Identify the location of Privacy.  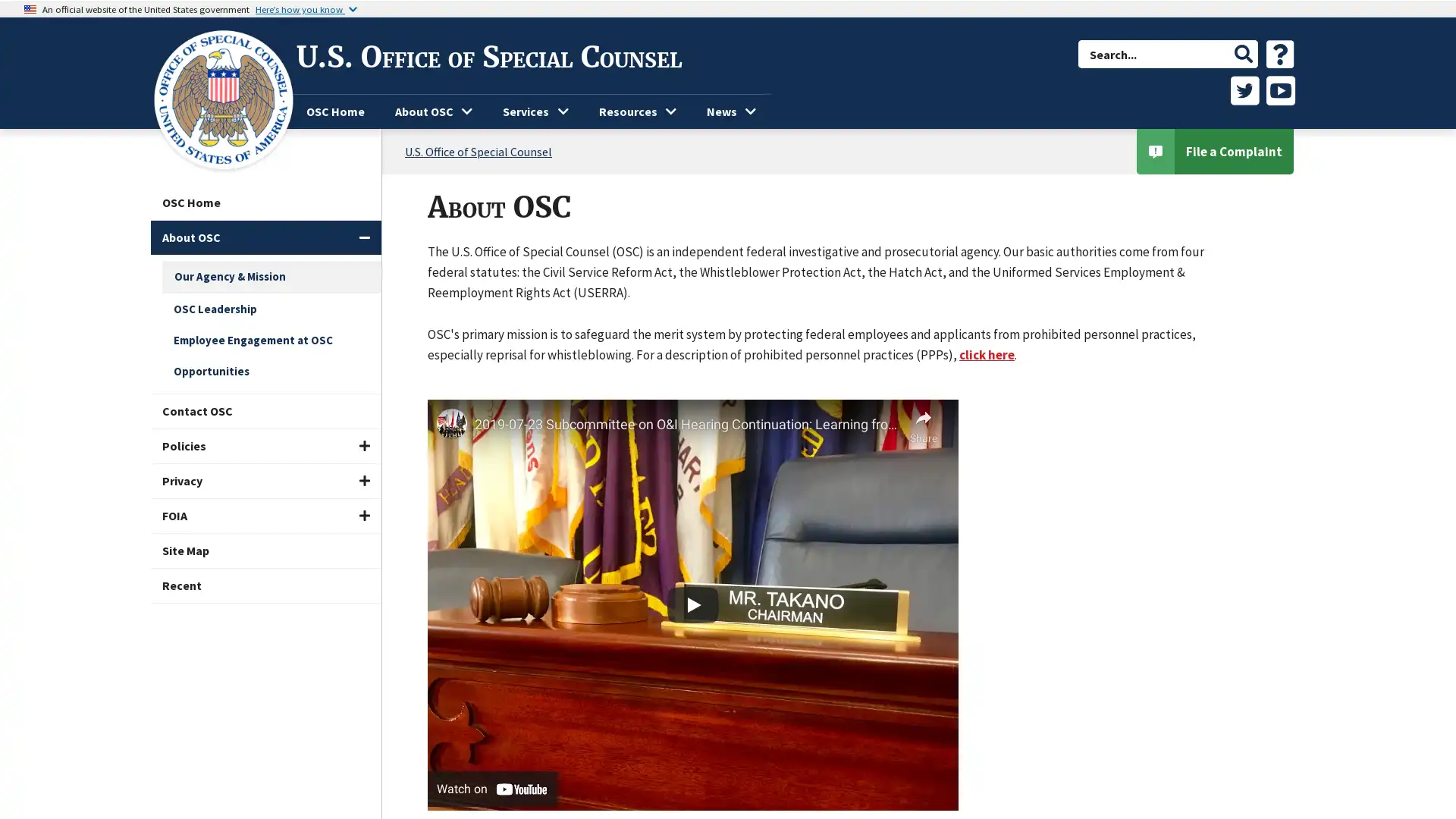
(265, 481).